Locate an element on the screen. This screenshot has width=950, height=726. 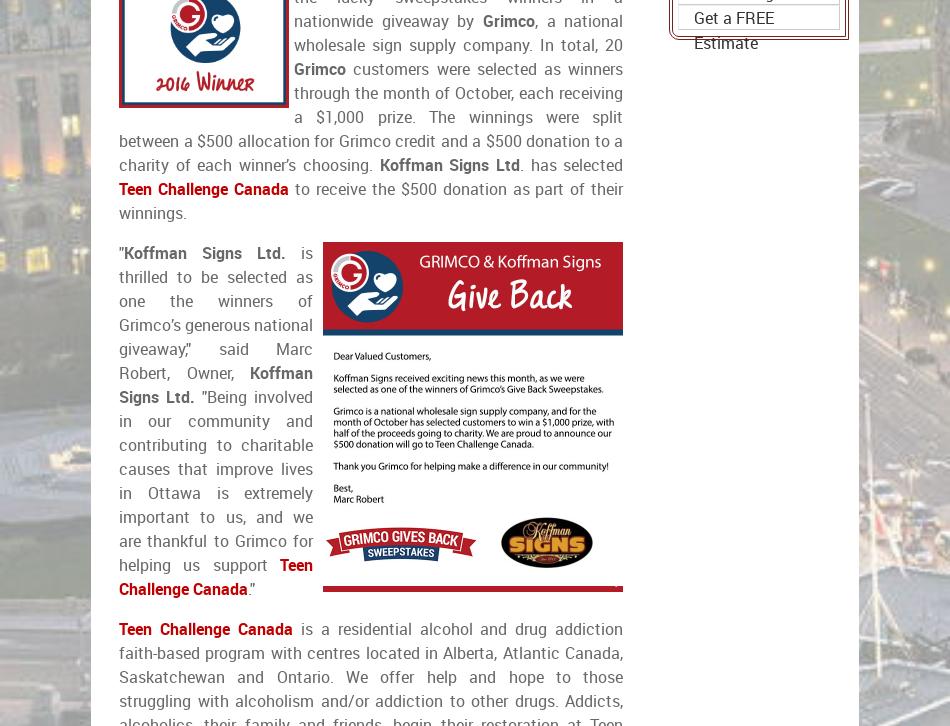
'"' is located at coordinates (121, 252).